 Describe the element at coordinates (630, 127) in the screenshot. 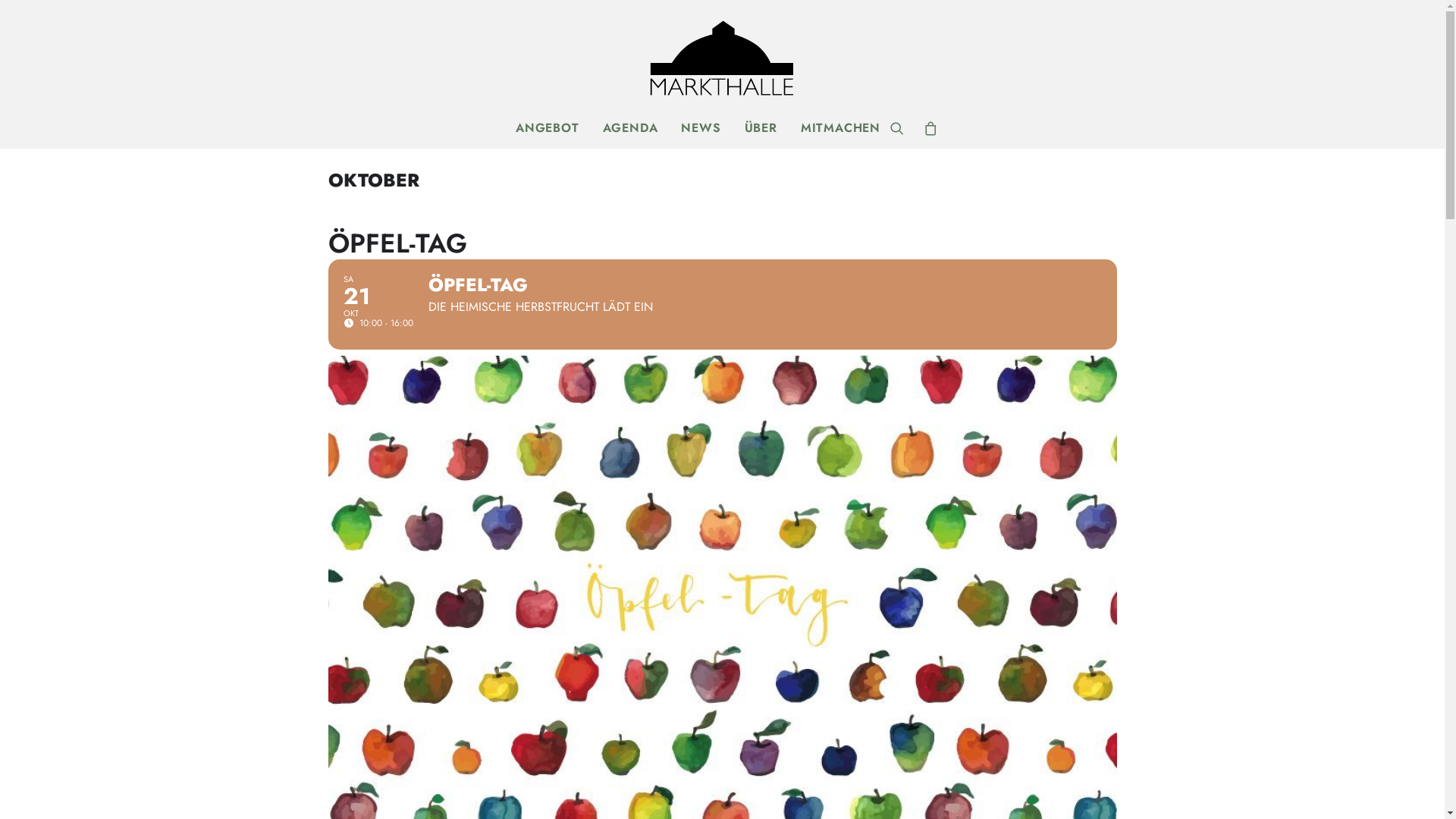

I see `'AGENDA'` at that location.